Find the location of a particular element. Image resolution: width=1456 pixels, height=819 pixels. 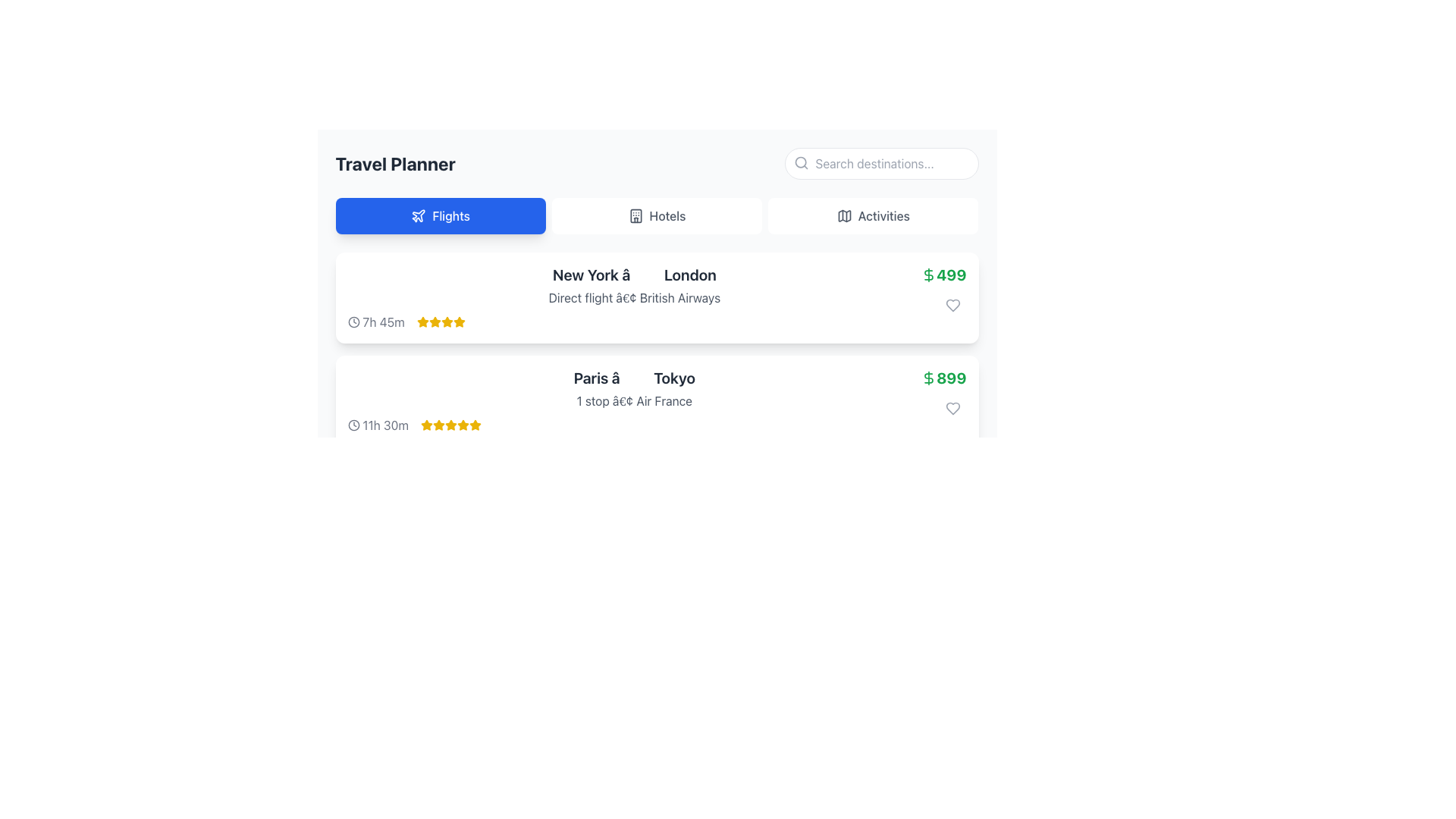

the filled yellow star-shaped icon, which is the fifth in a row of five stars indicating flight details for 'Paris to Tokyo.' is located at coordinates (463, 425).